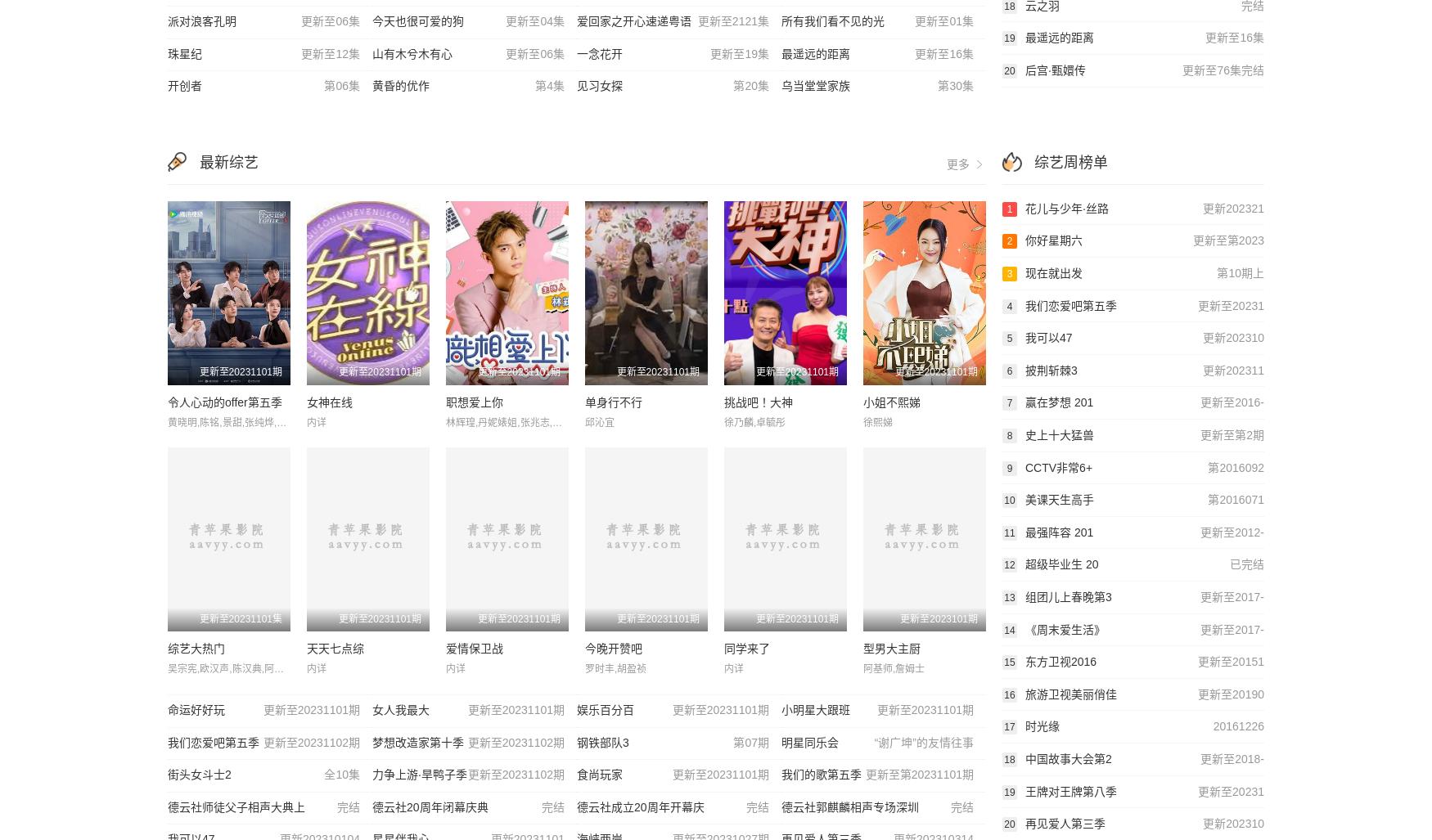 The width and height of the screenshot is (1432, 840). I want to click on '4', so click(1009, 306).